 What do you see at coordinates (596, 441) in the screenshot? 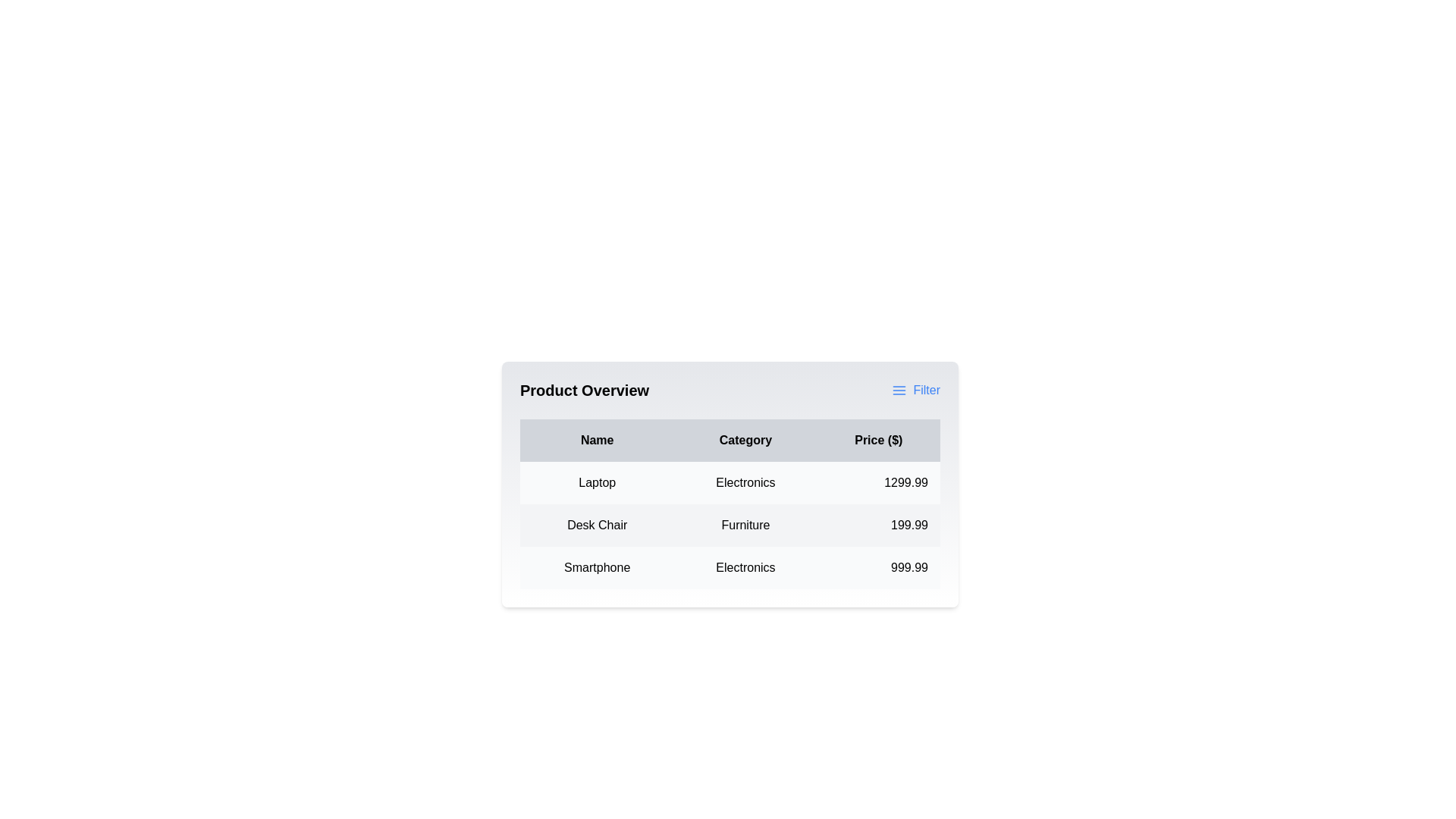
I see `the 'Name' table header cell, which is the first column header in a three-column table` at bounding box center [596, 441].